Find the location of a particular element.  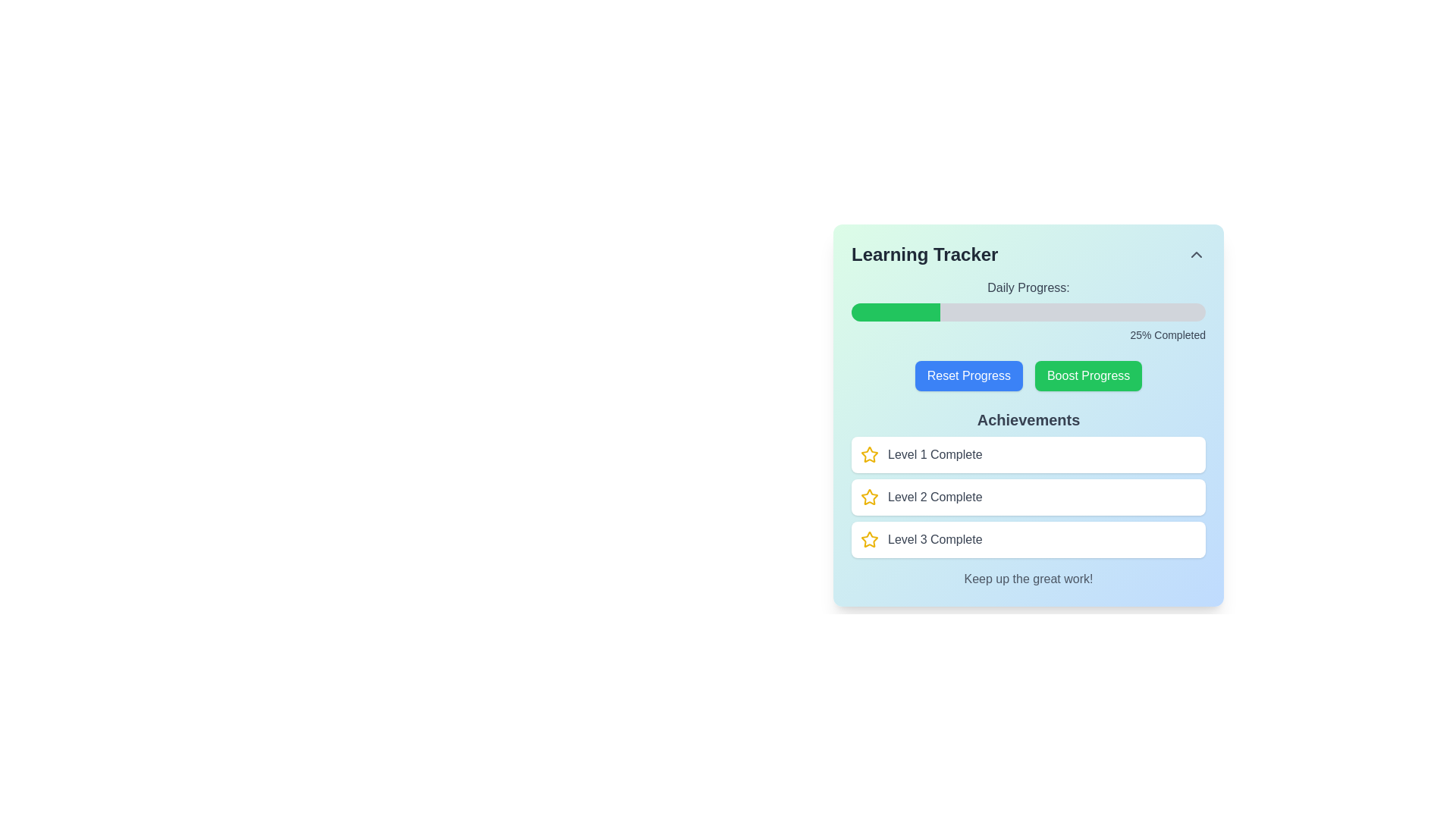

the leftmost segment of the green progress bar, which occupies 20% of the total width within the larger grey progress bar is located at coordinates (886, 312).